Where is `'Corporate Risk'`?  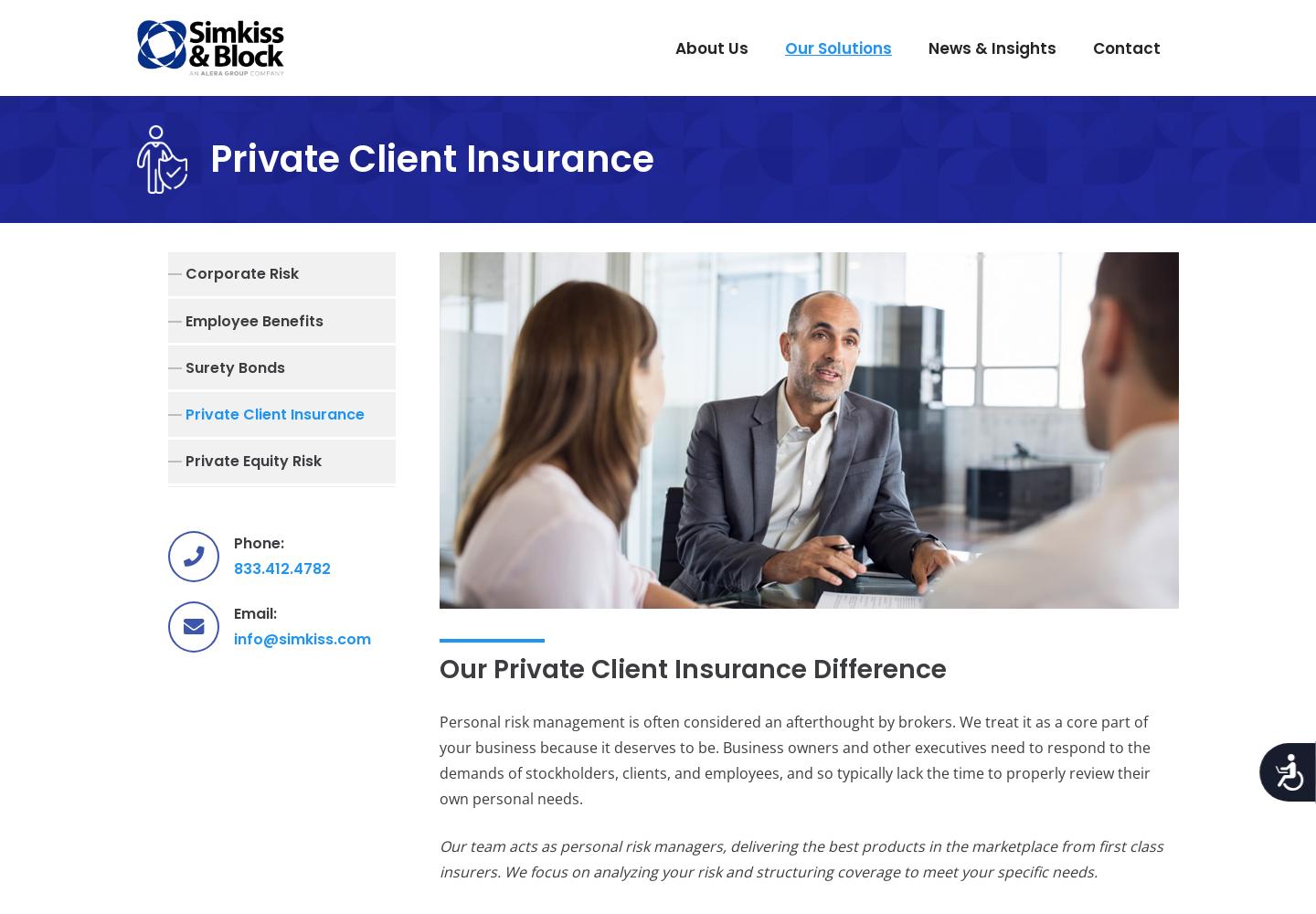 'Corporate Risk' is located at coordinates (186, 273).